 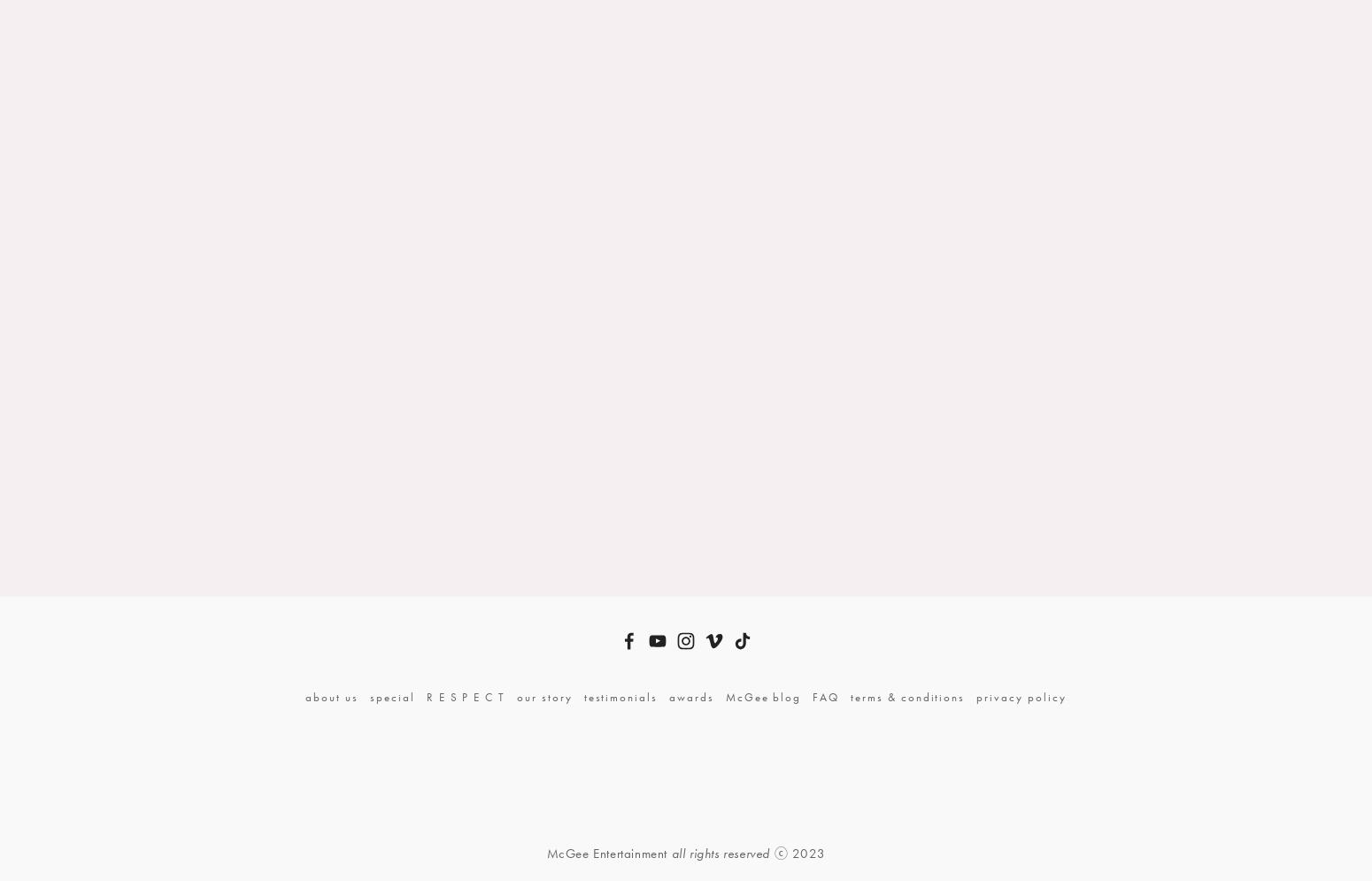 I want to click on 'ⓒ 2023', so click(x=798, y=852).